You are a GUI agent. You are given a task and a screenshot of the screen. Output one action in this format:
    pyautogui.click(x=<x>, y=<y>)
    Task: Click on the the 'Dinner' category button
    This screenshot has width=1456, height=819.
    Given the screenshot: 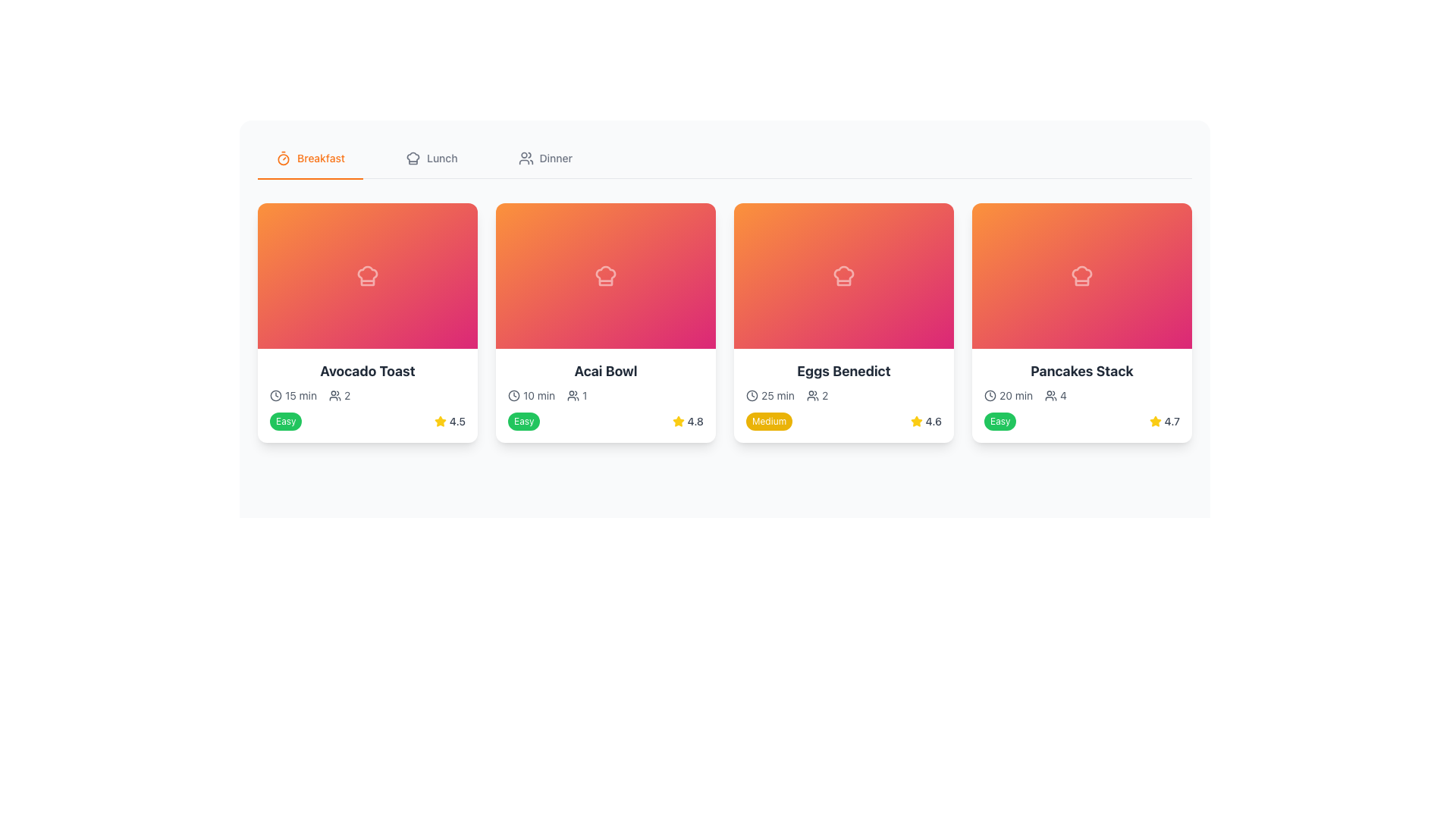 What is the action you would take?
    pyautogui.click(x=545, y=158)
    